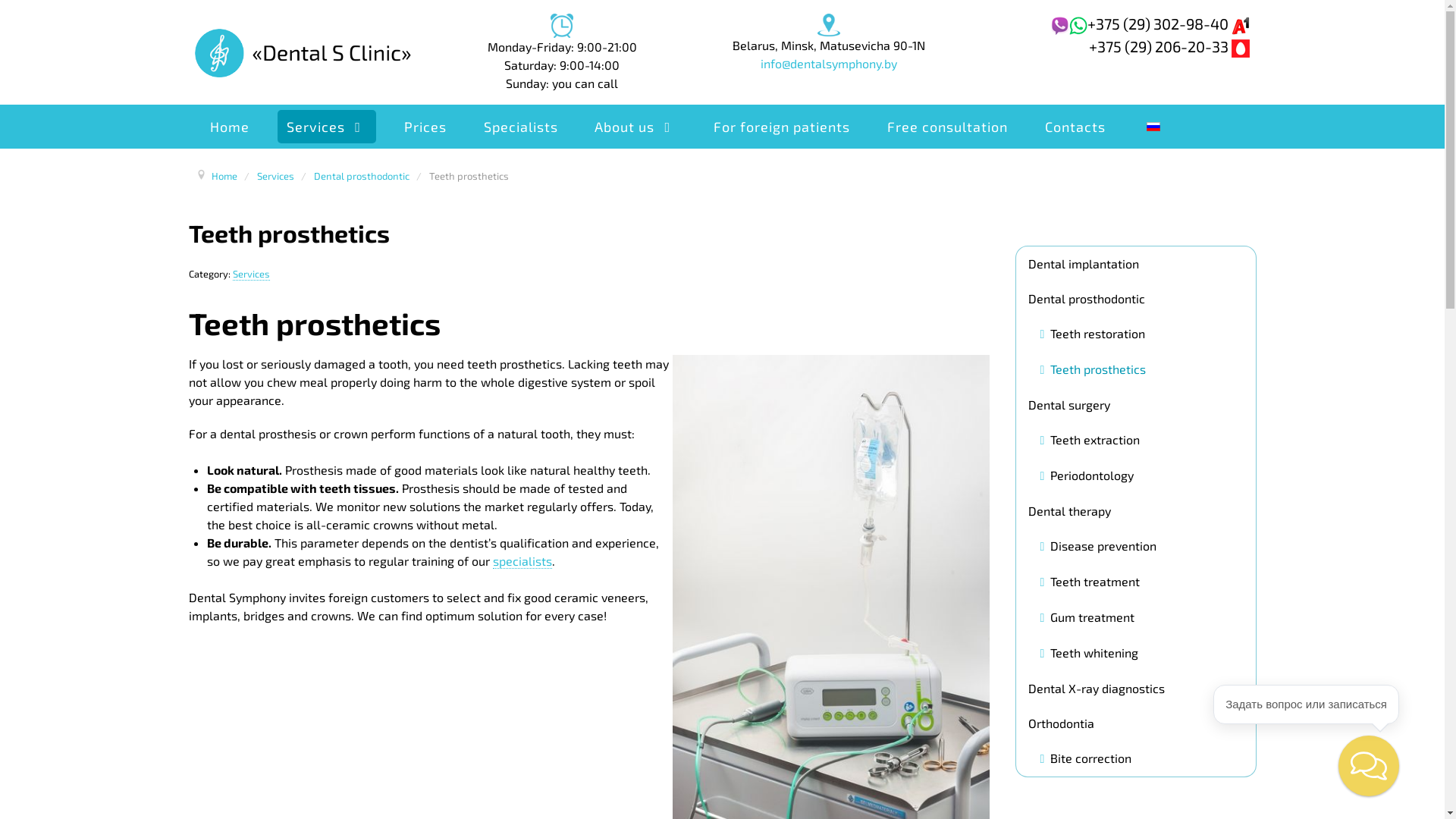 The height and width of the screenshot is (819, 1456). What do you see at coordinates (1135, 510) in the screenshot?
I see `'Dental therapy'` at bounding box center [1135, 510].